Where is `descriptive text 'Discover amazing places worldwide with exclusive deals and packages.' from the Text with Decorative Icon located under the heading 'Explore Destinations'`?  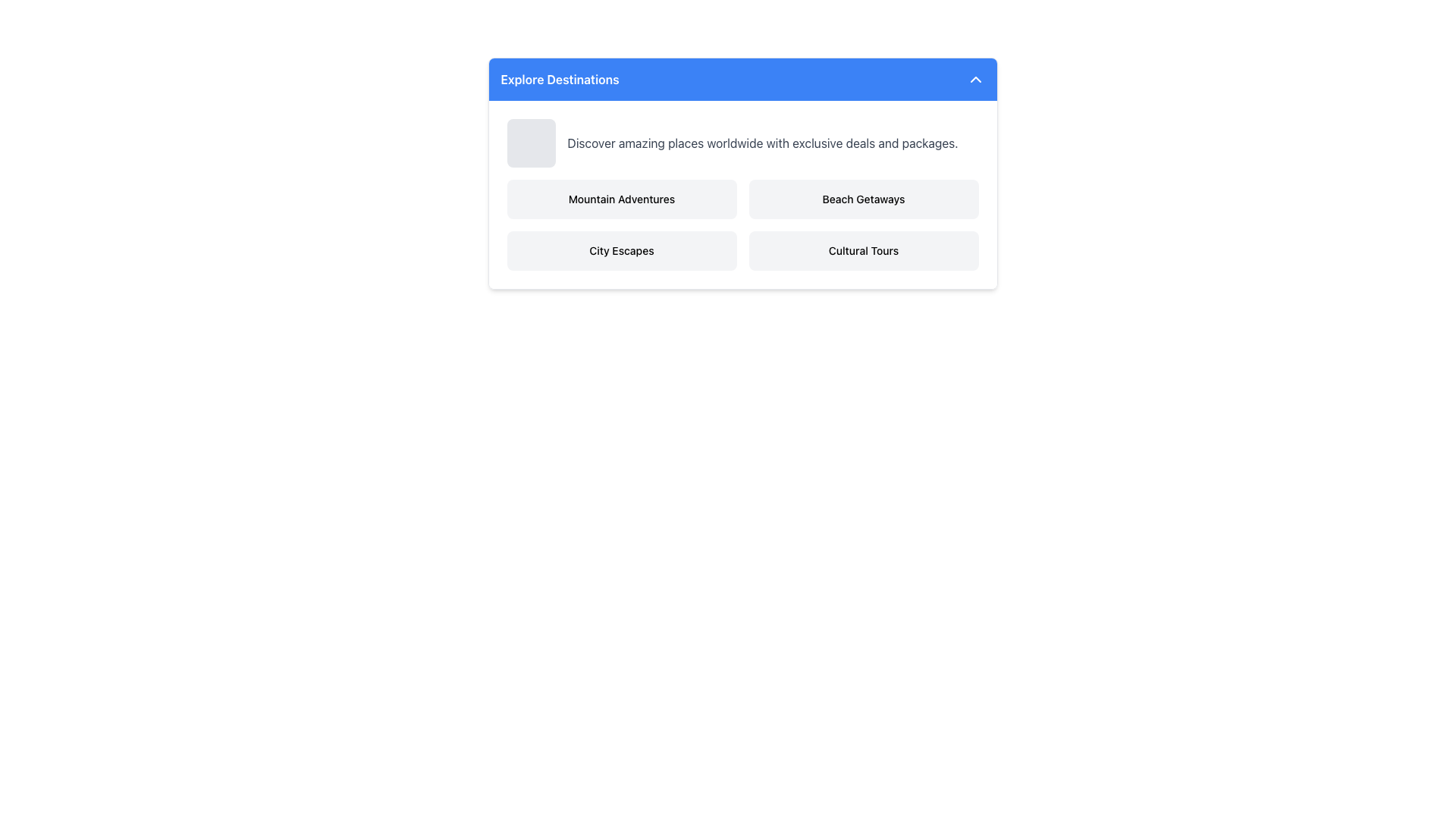
descriptive text 'Discover amazing places worldwide with exclusive deals and packages.' from the Text with Decorative Icon located under the heading 'Explore Destinations' is located at coordinates (742, 143).